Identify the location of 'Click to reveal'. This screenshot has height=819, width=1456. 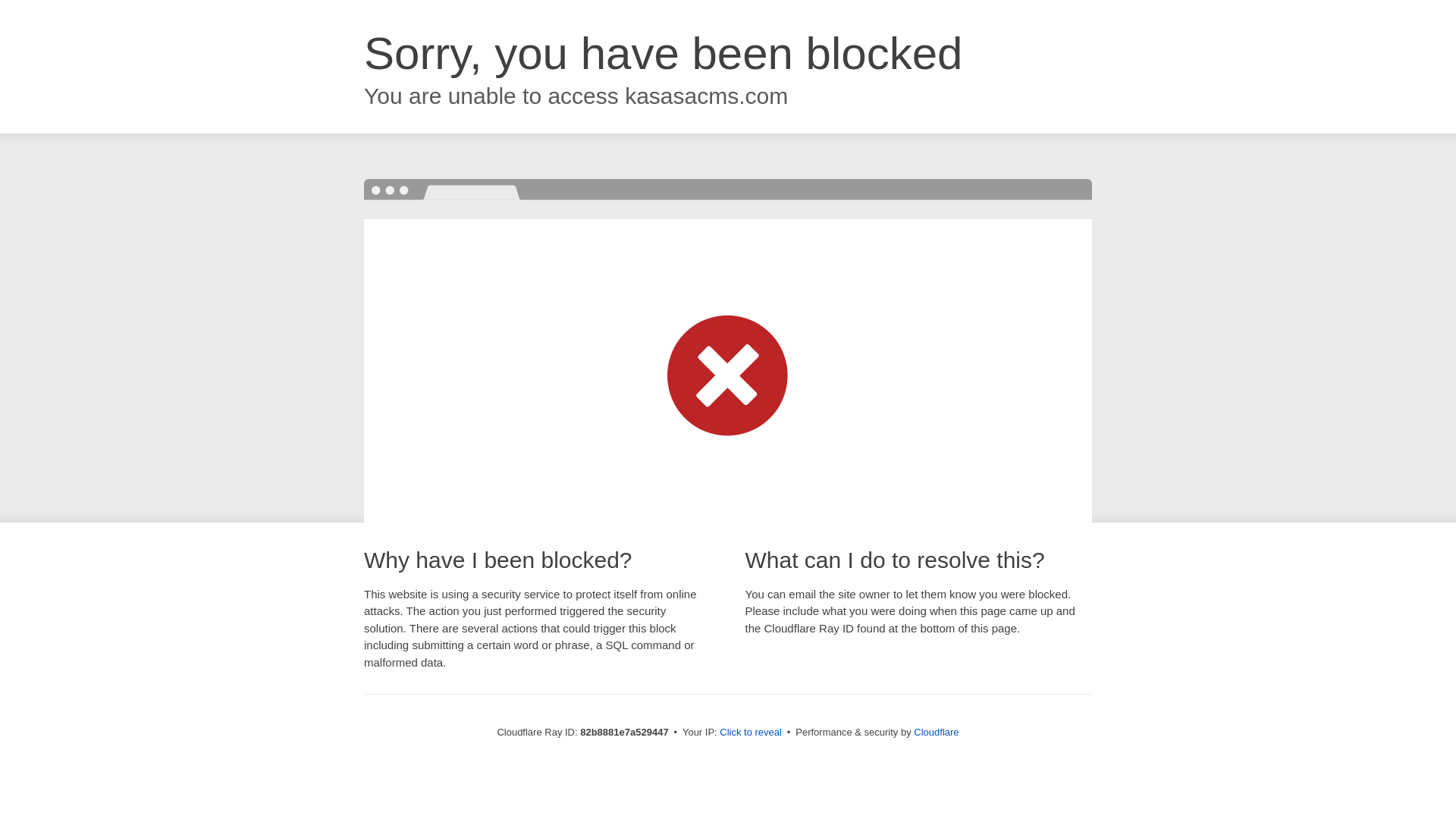
(750, 731).